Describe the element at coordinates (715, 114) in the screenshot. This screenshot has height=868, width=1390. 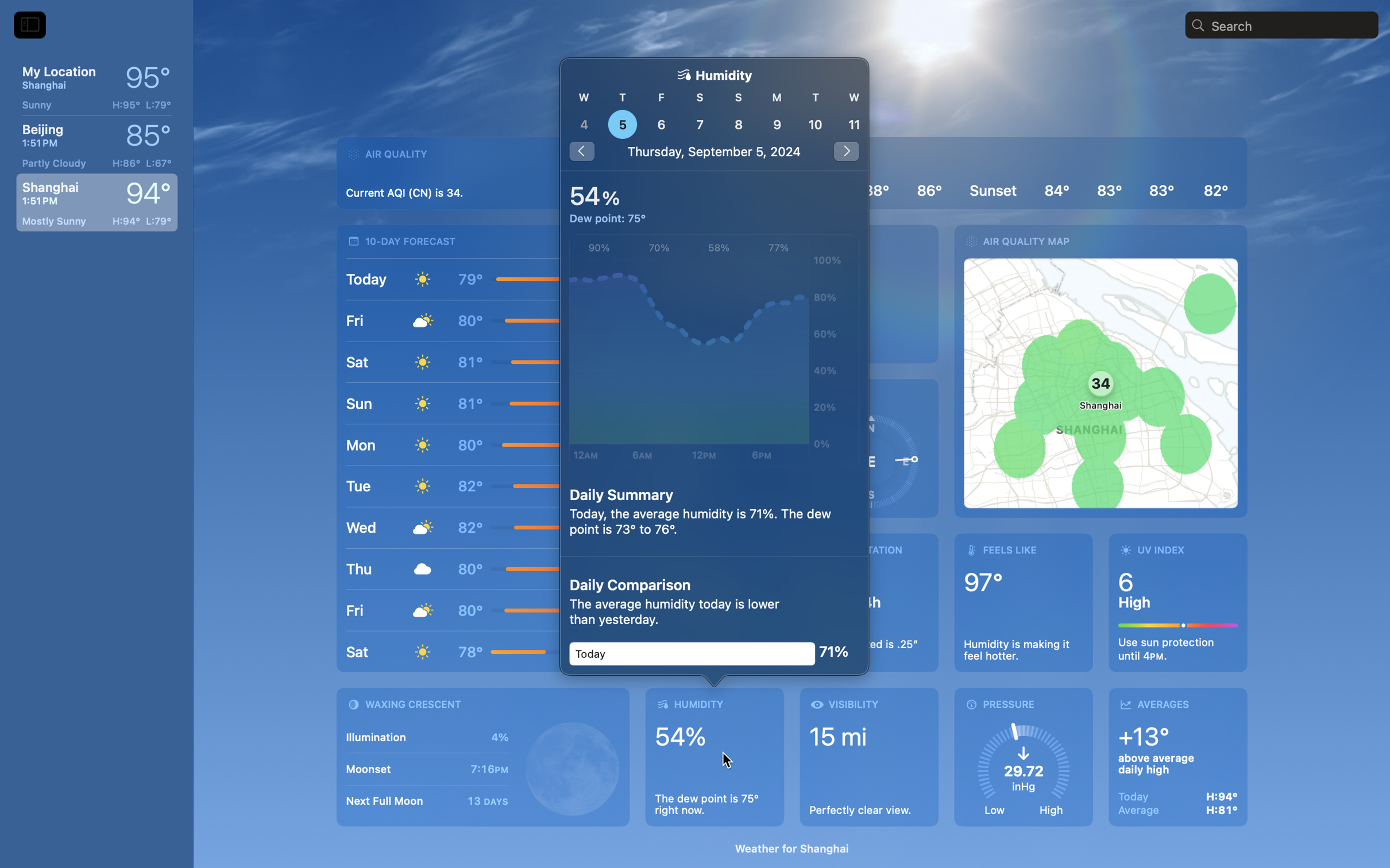
I see `'nan'` at that location.